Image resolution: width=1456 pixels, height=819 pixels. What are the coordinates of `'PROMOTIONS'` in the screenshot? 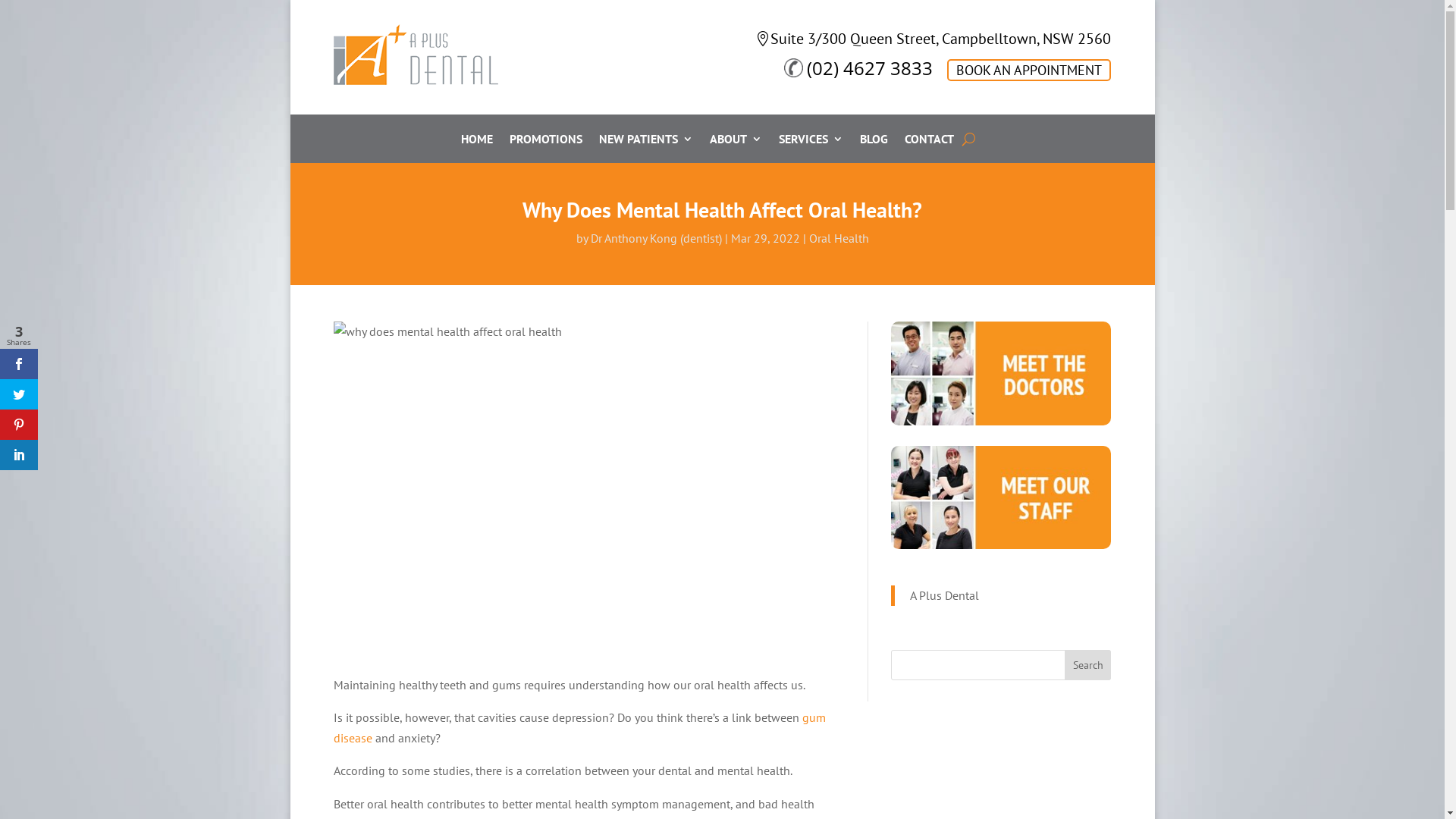 It's located at (546, 141).